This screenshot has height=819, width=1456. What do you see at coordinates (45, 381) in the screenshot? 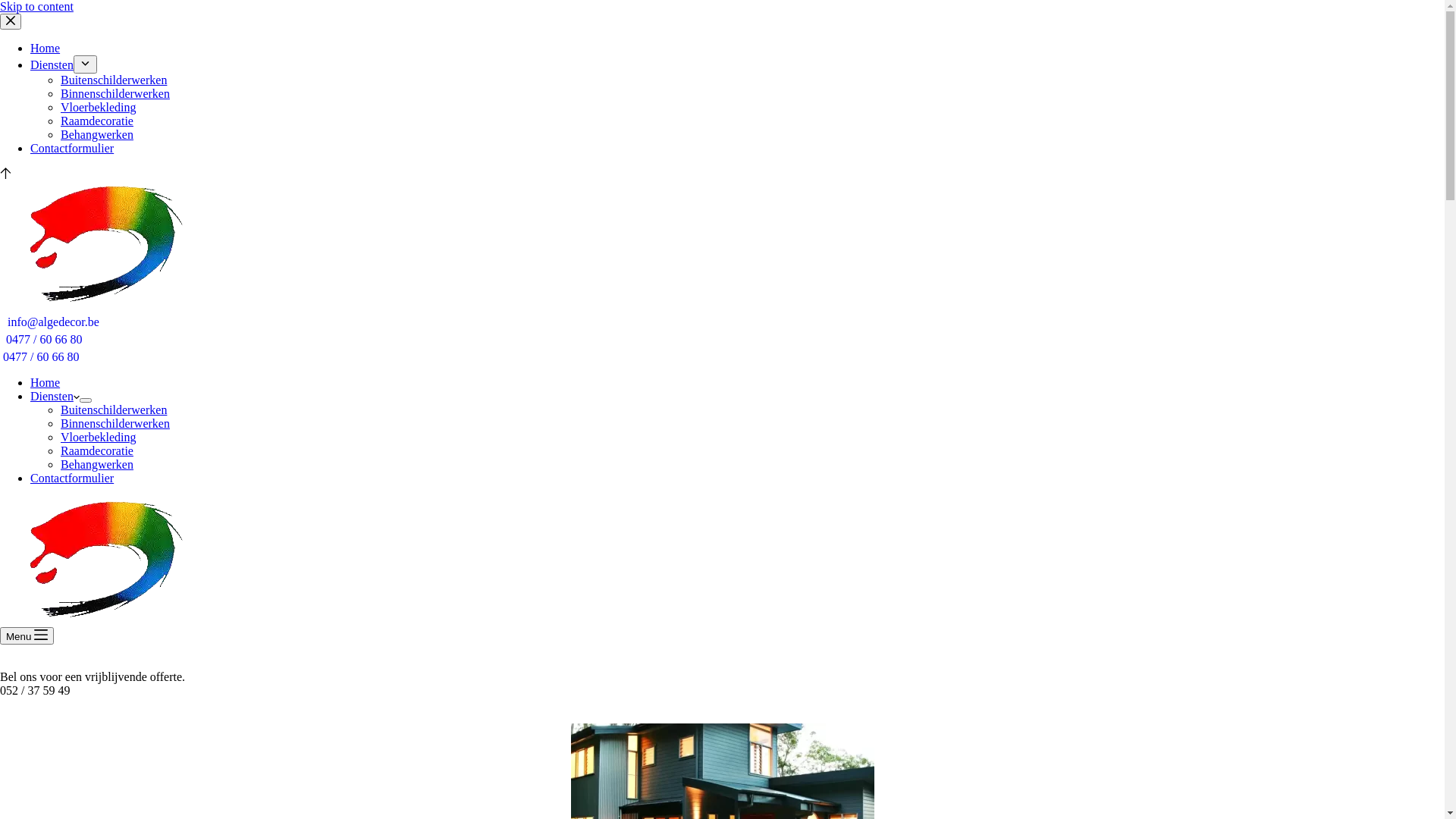
I see `'Home'` at bounding box center [45, 381].